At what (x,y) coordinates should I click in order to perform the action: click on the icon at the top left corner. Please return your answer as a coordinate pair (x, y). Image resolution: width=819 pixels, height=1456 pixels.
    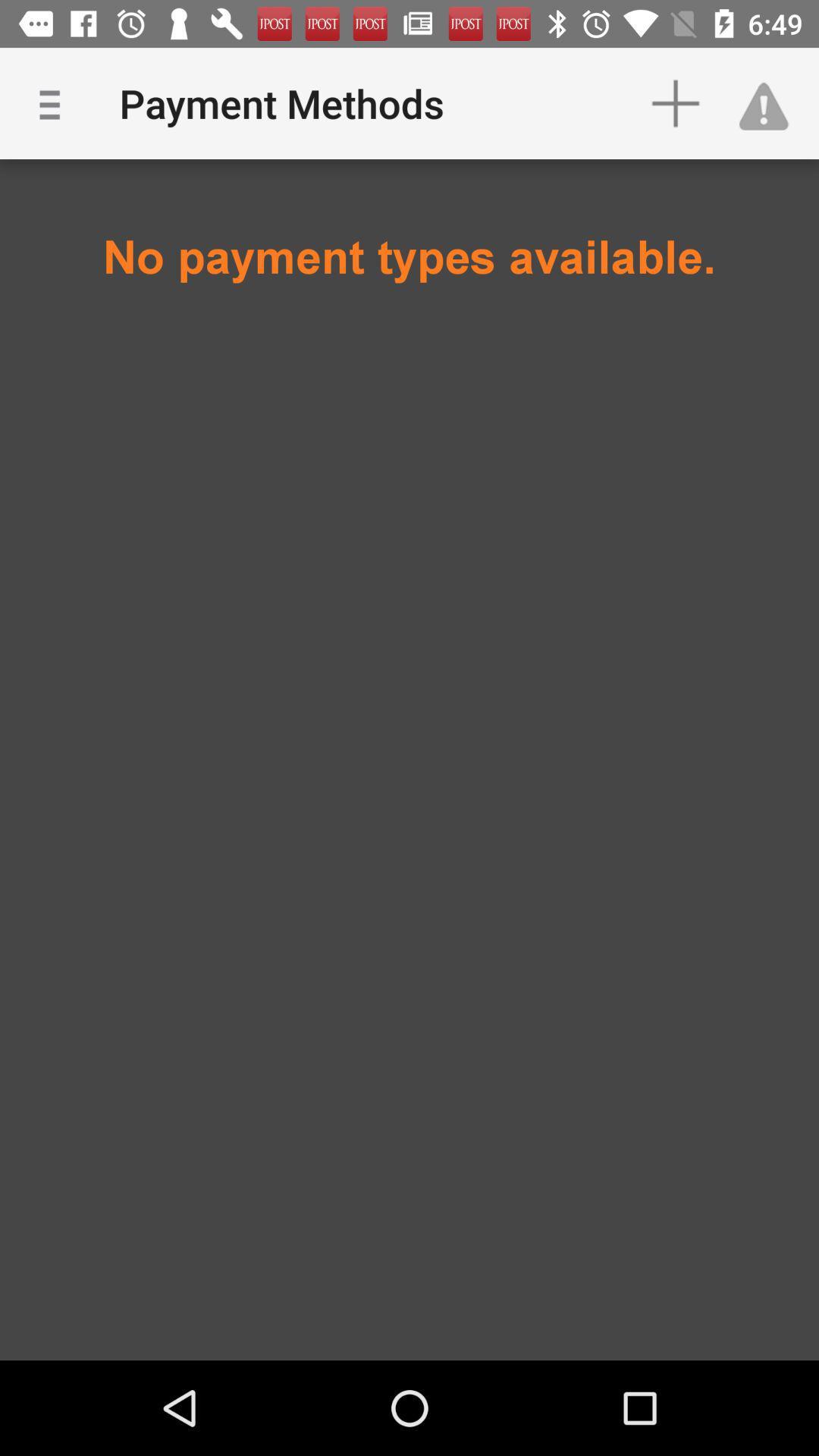
    Looking at the image, I should click on (55, 102).